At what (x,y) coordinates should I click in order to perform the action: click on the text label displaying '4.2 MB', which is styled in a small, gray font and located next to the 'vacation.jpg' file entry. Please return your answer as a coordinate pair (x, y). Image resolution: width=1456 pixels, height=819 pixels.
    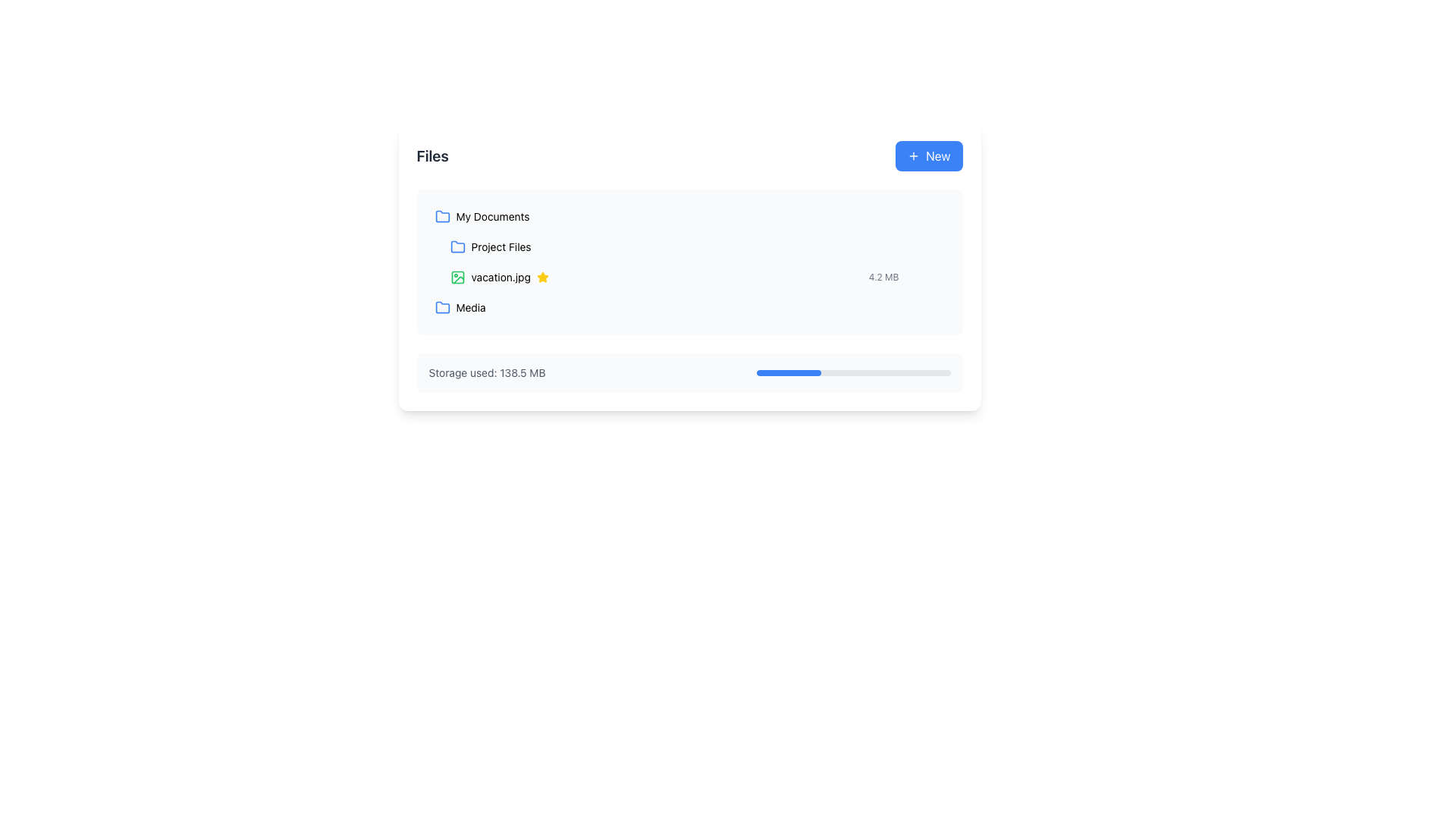
    Looking at the image, I should click on (883, 278).